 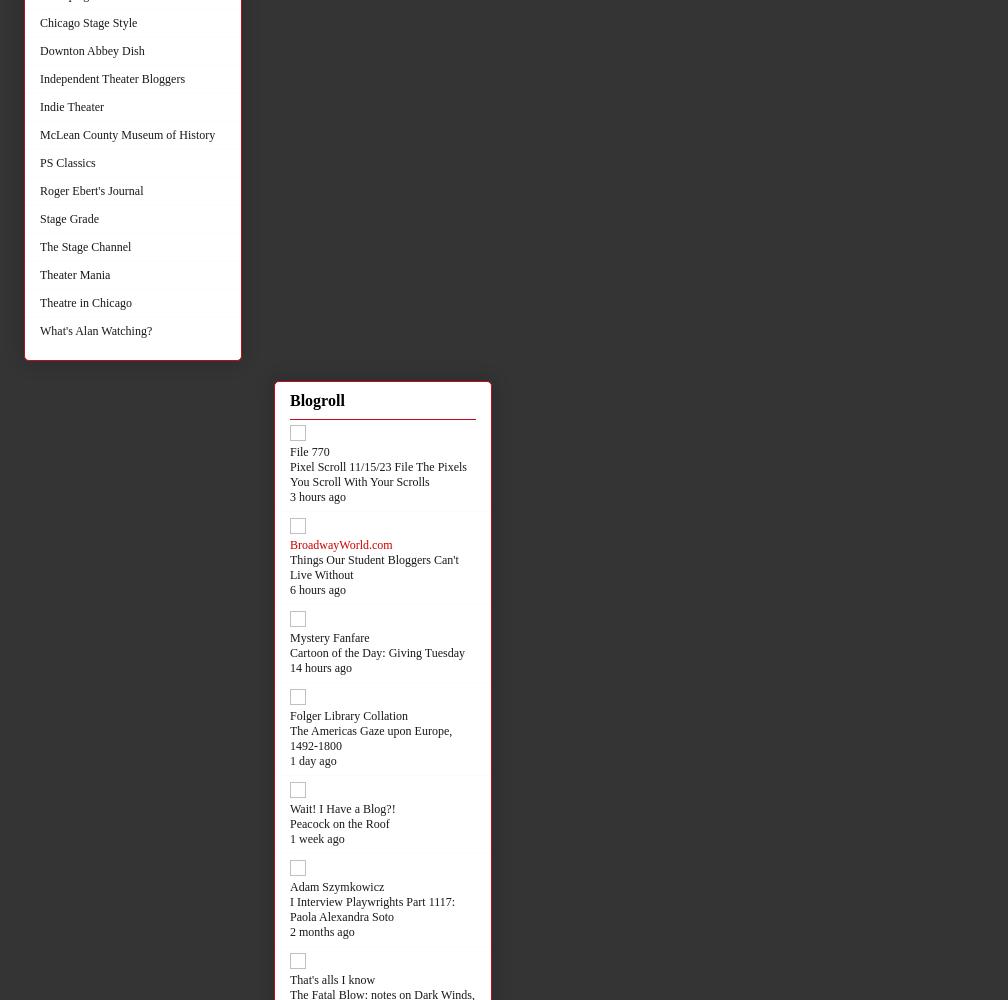 I want to click on 'Mystery Fanfare', so click(x=329, y=637).